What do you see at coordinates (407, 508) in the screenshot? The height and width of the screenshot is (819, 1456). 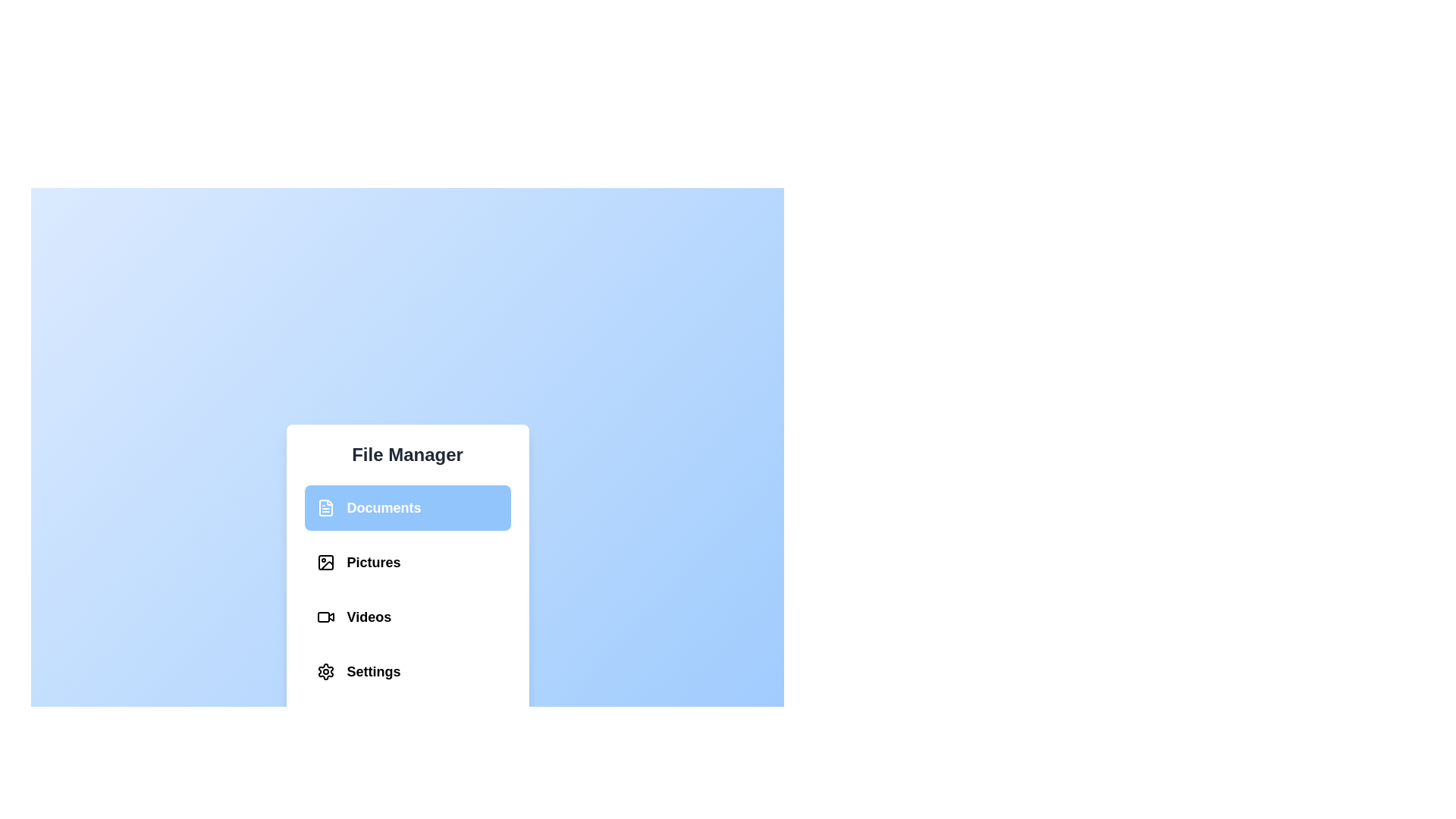 I see `the section Documents from the list` at bounding box center [407, 508].